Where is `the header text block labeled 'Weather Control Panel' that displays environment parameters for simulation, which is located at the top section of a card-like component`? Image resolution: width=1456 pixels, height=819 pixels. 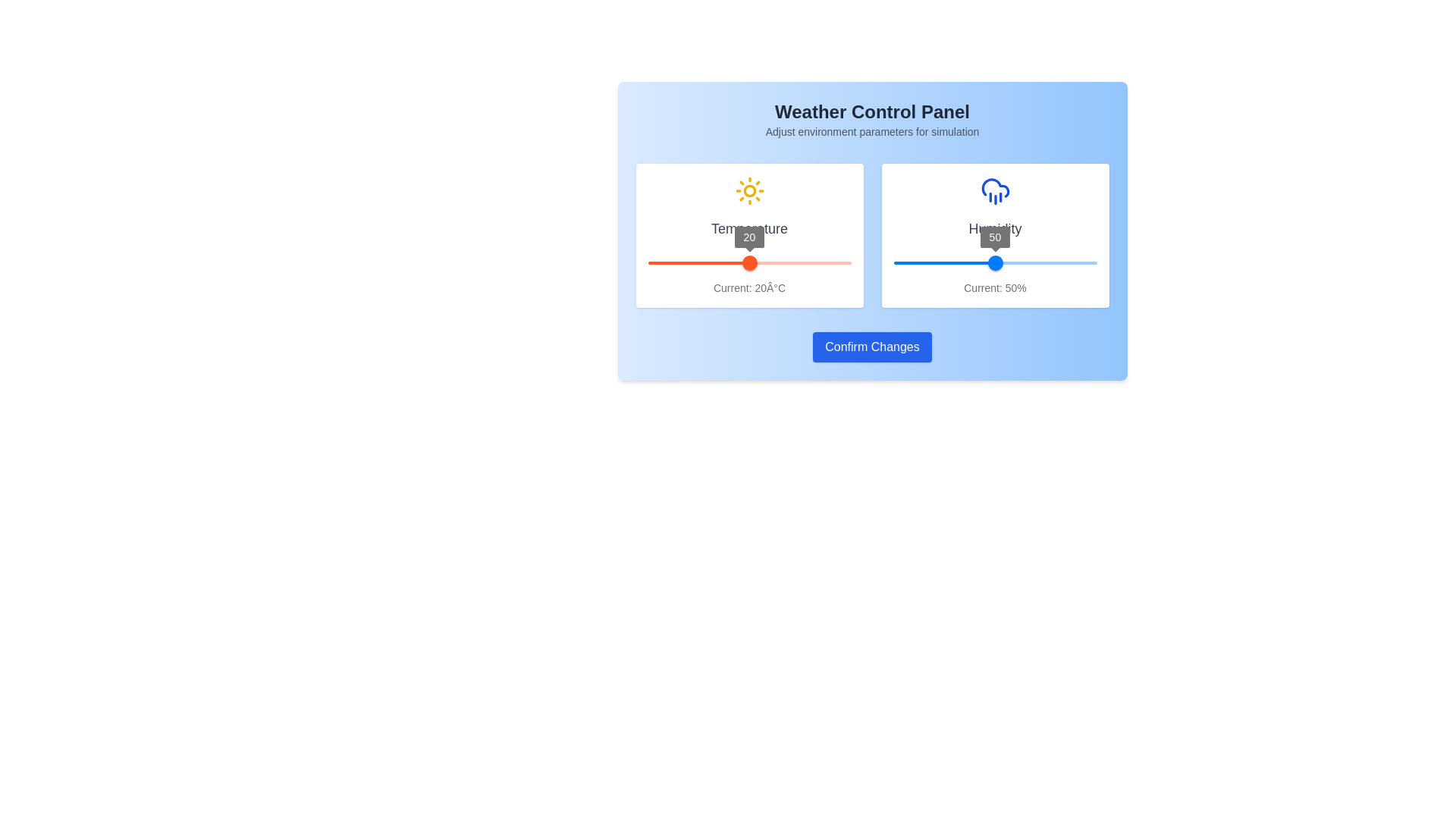 the header text block labeled 'Weather Control Panel' that displays environment parameters for simulation, which is located at the top section of a card-like component is located at coordinates (872, 119).